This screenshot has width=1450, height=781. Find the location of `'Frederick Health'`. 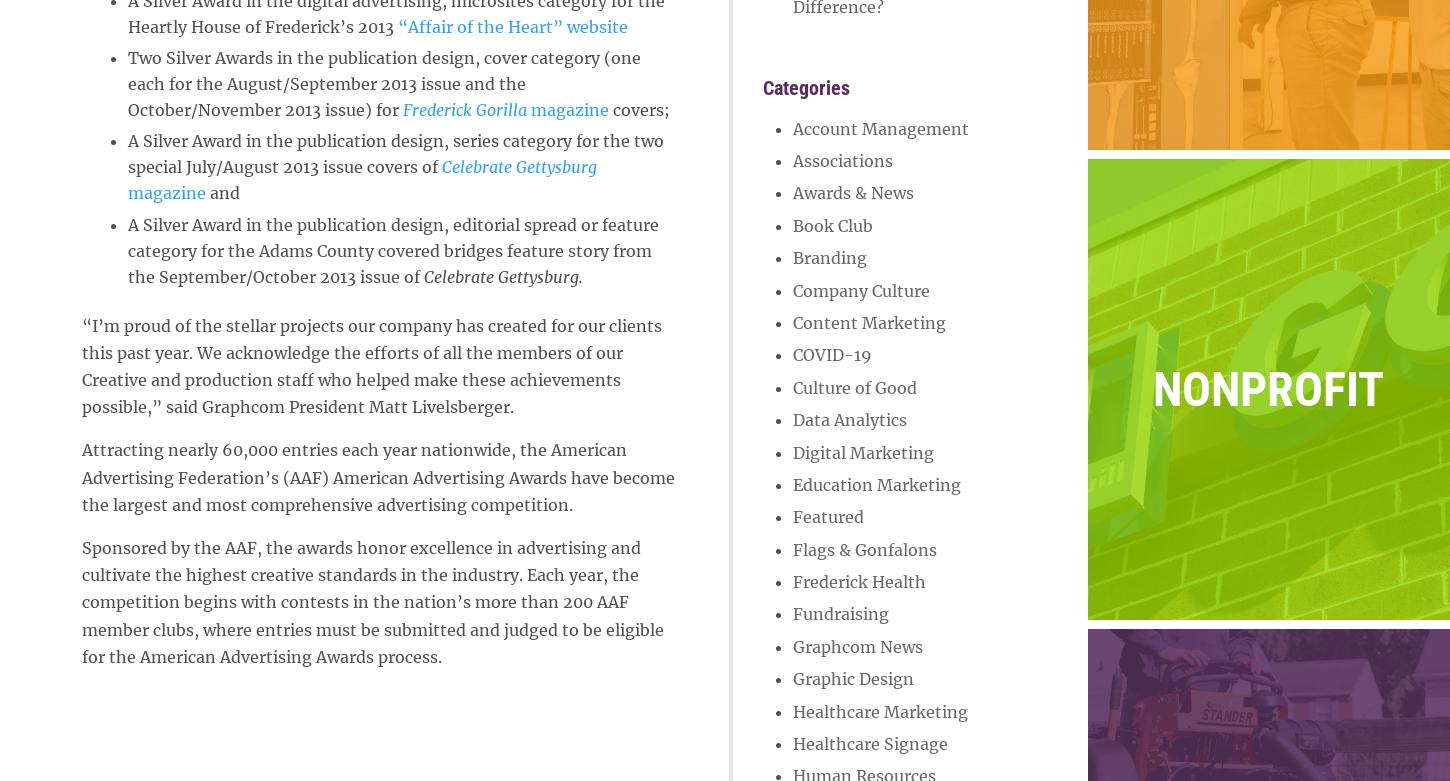

'Frederick Health' is located at coordinates (857, 582).